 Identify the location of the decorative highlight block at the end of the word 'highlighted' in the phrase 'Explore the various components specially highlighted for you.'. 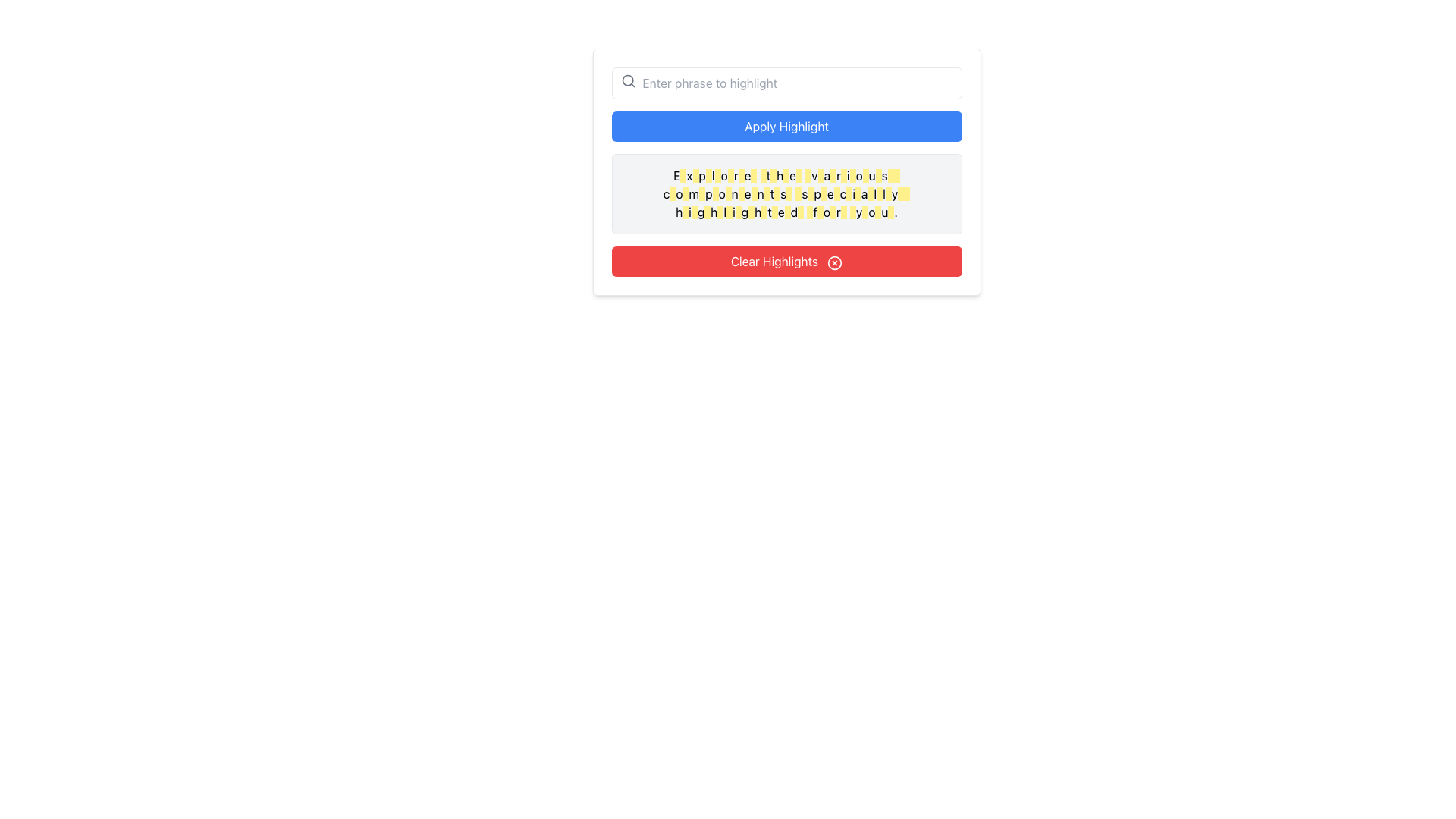
(738, 212).